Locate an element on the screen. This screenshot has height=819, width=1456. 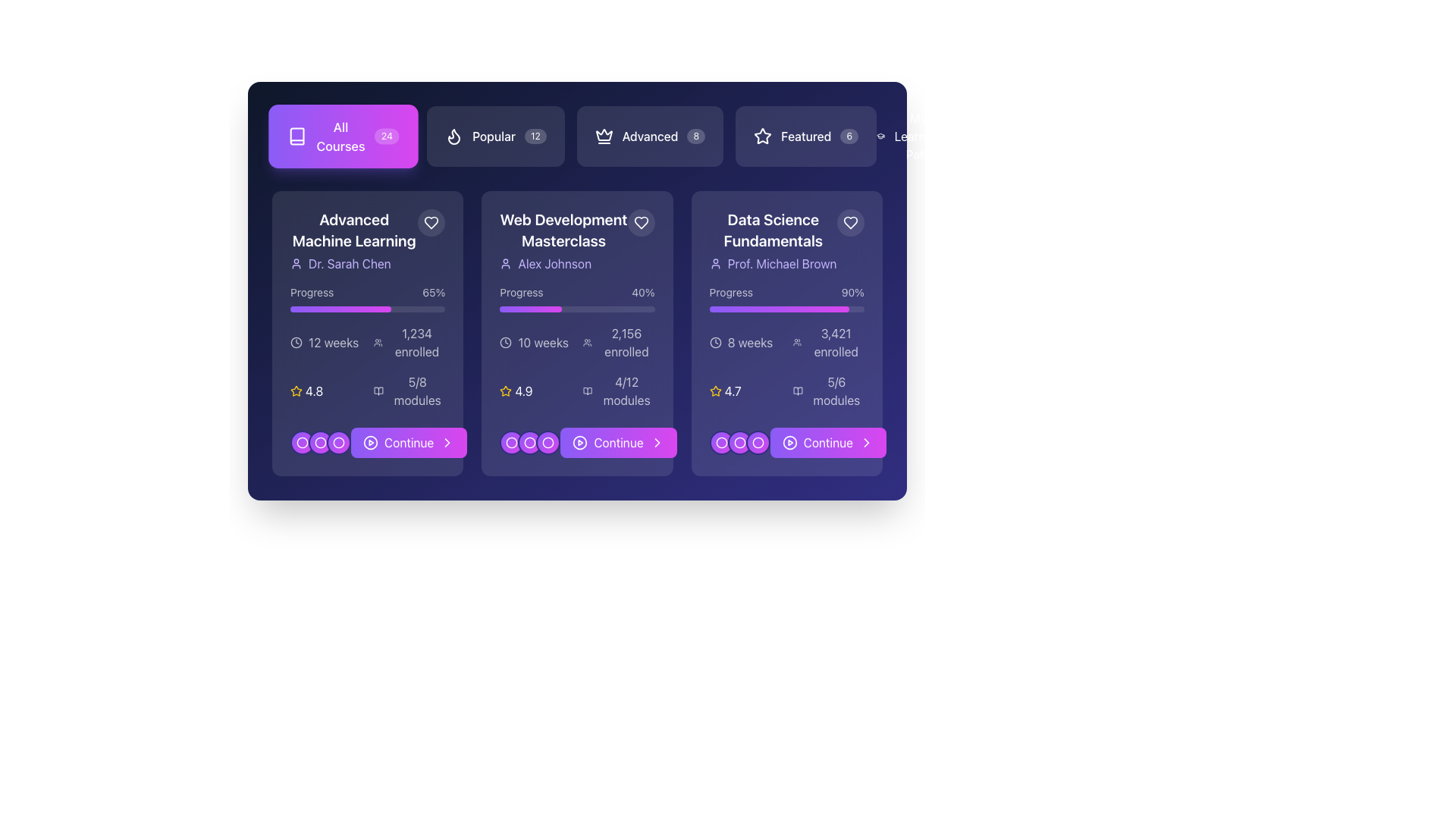
the rightmost circular indicator in the 'Progress' section below the 'Web Development Masterclass' card is located at coordinates (548, 442).